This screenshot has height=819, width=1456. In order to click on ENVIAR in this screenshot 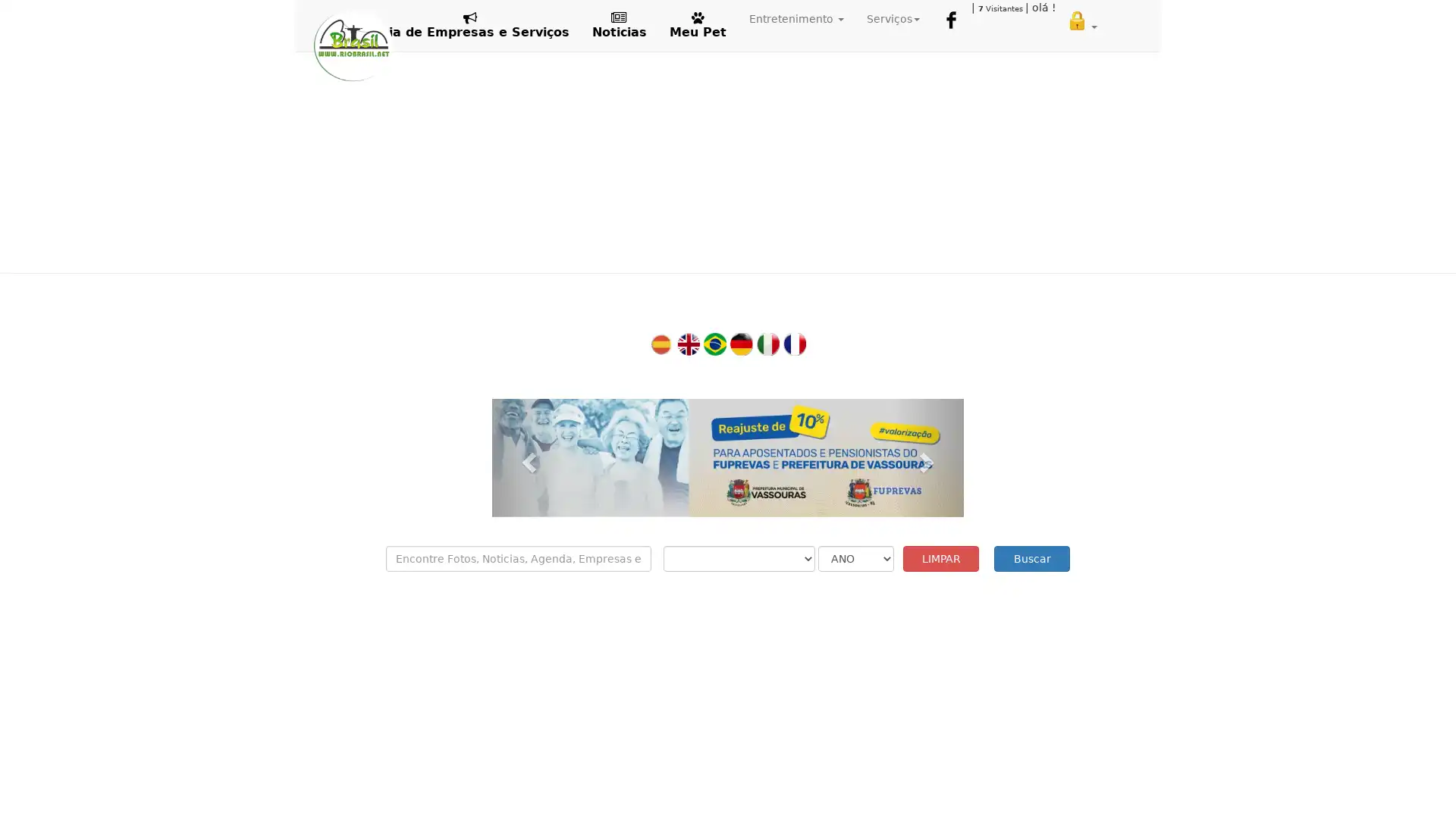, I will do `click(1075, 20)`.